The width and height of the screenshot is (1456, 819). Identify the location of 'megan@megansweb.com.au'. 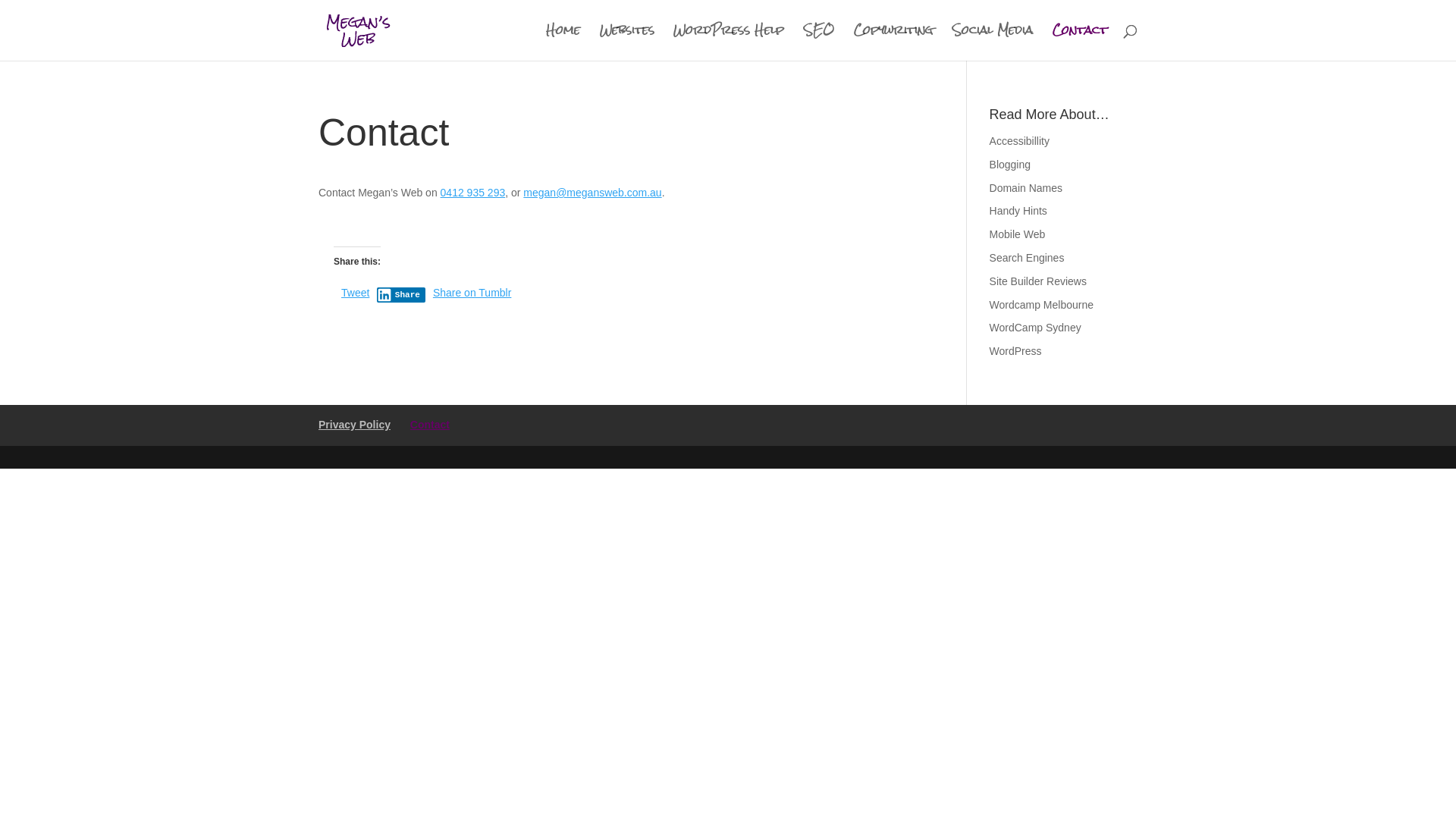
(591, 192).